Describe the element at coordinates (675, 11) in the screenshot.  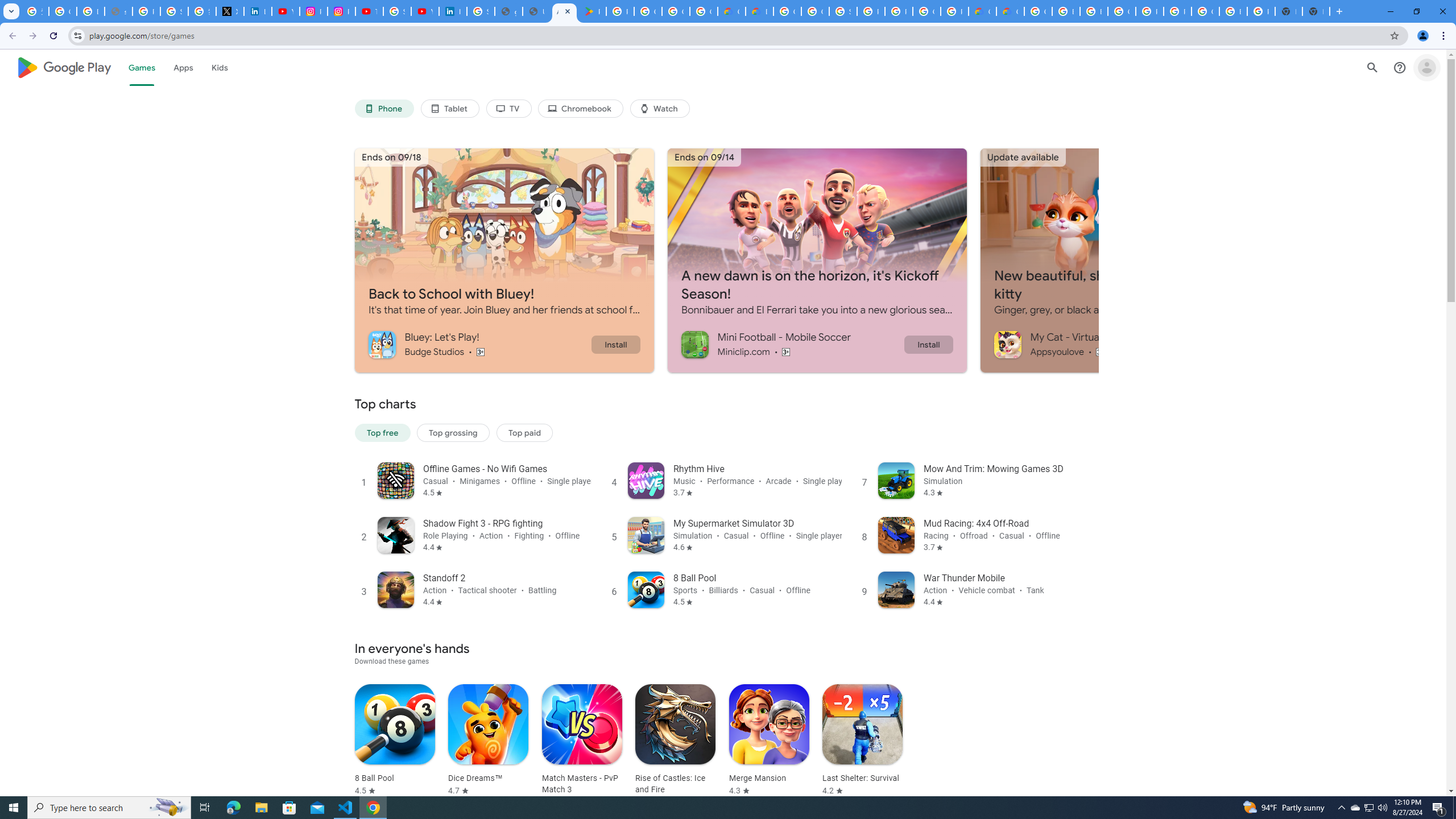
I see `'Google Workspace - Specific Terms'` at that location.